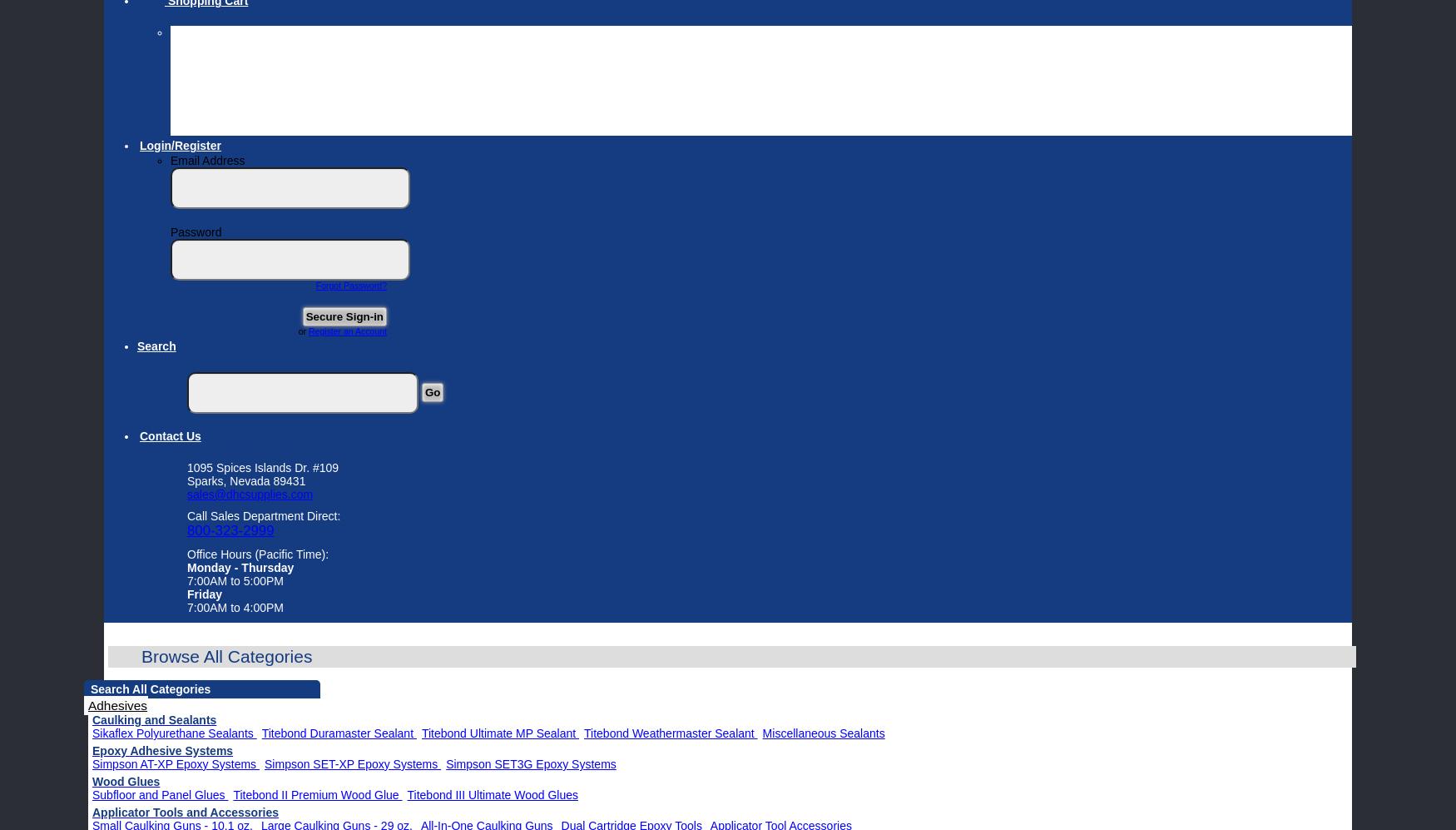 The width and height of the screenshot is (1456, 830). Describe the element at coordinates (499, 61) in the screenshot. I see `'If you have emptied your cart and have questions please do not hesitate to call our sales department direct at 800-323-2999.'` at that location.